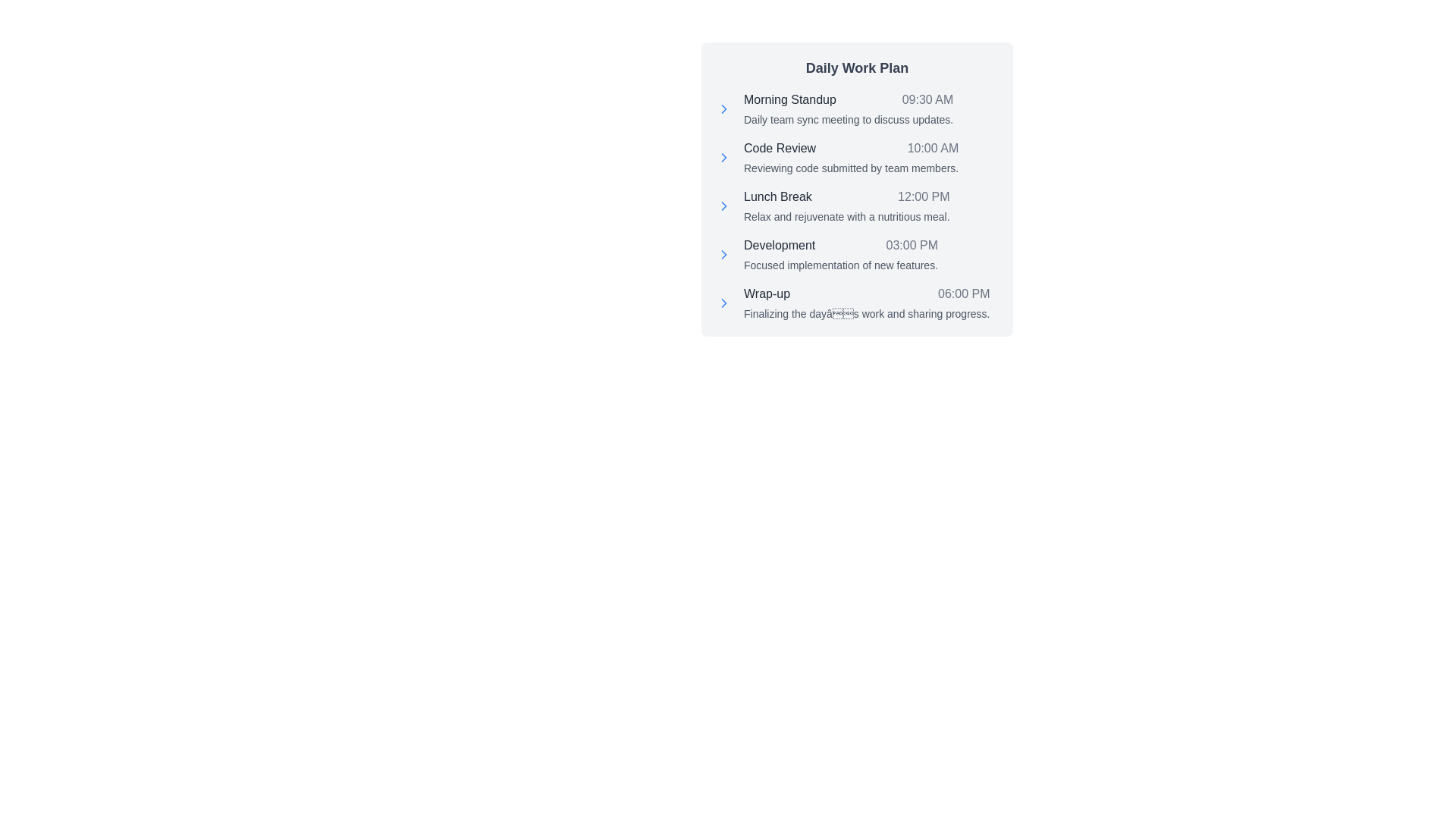 The image size is (1456, 819). I want to click on single line of gray text displayed below the 'Wrap-up' title and '06:00 PM' timestamp in the daily activities list, so click(867, 312).